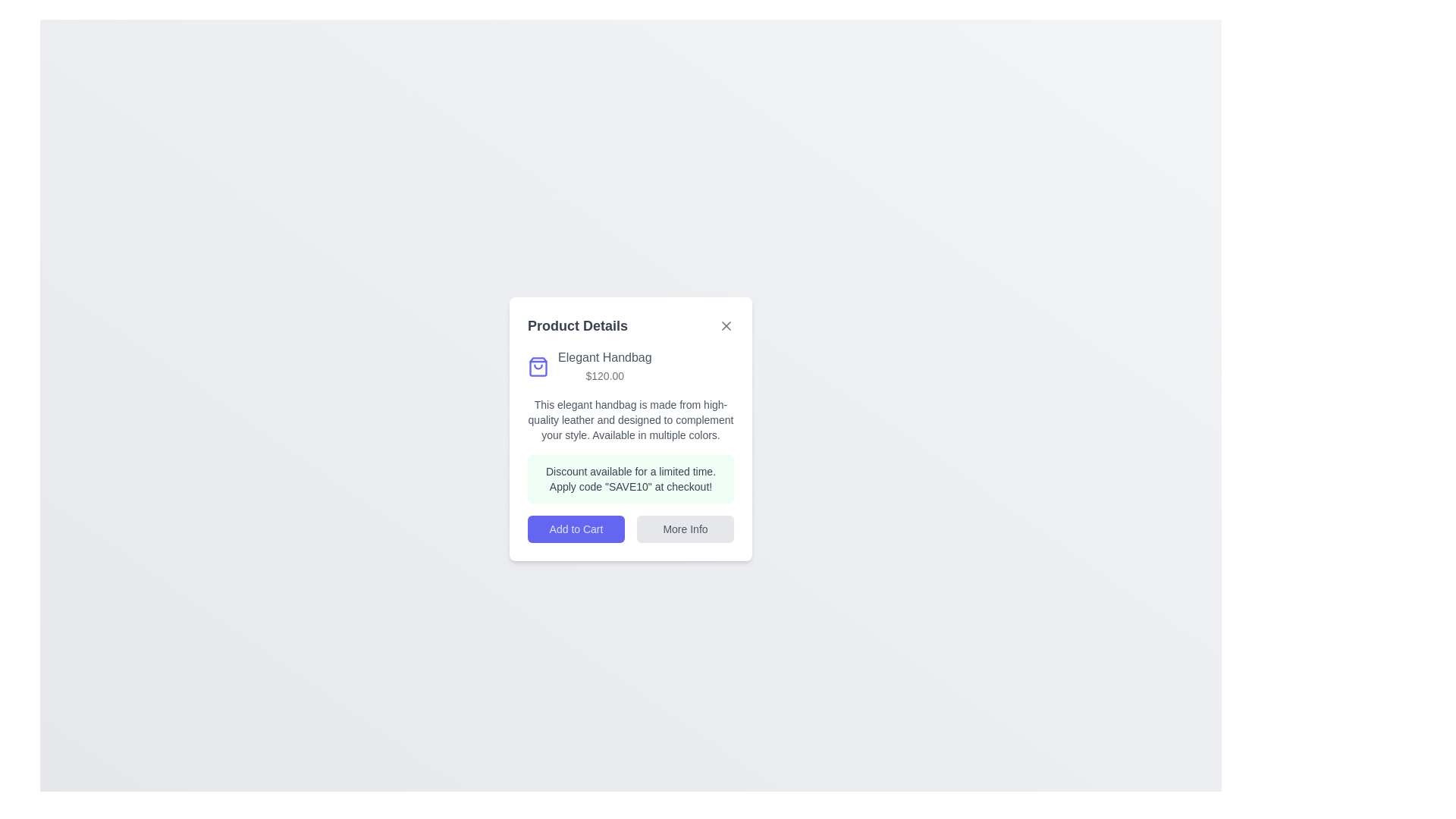 This screenshot has width=1456, height=819. I want to click on text block containing the description of the handbag, which is styled with gray text on a white background, located below the title and price in the product details popup, so click(630, 420).